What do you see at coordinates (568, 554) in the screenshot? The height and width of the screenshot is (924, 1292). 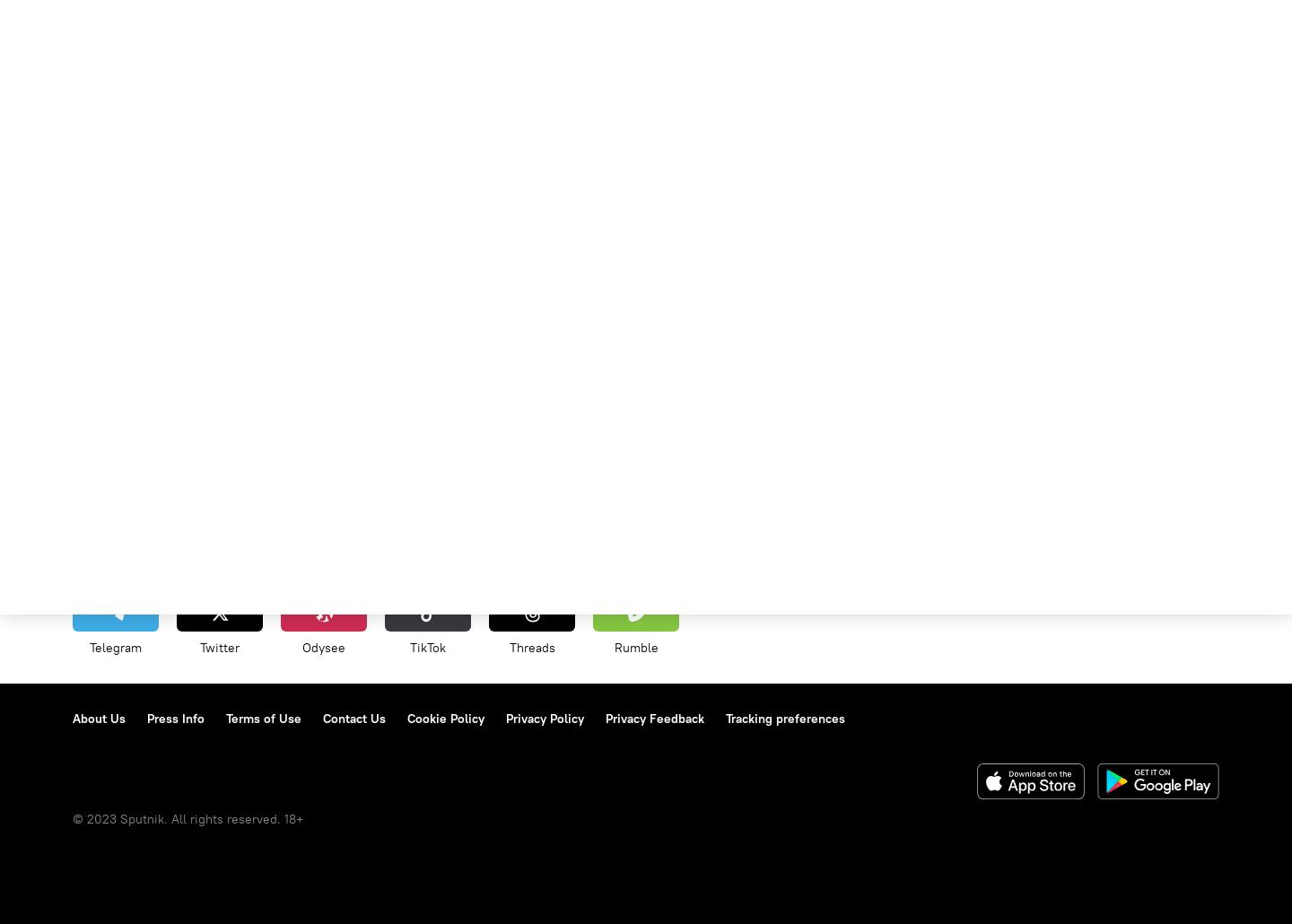 I see `'Economy'` at bounding box center [568, 554].